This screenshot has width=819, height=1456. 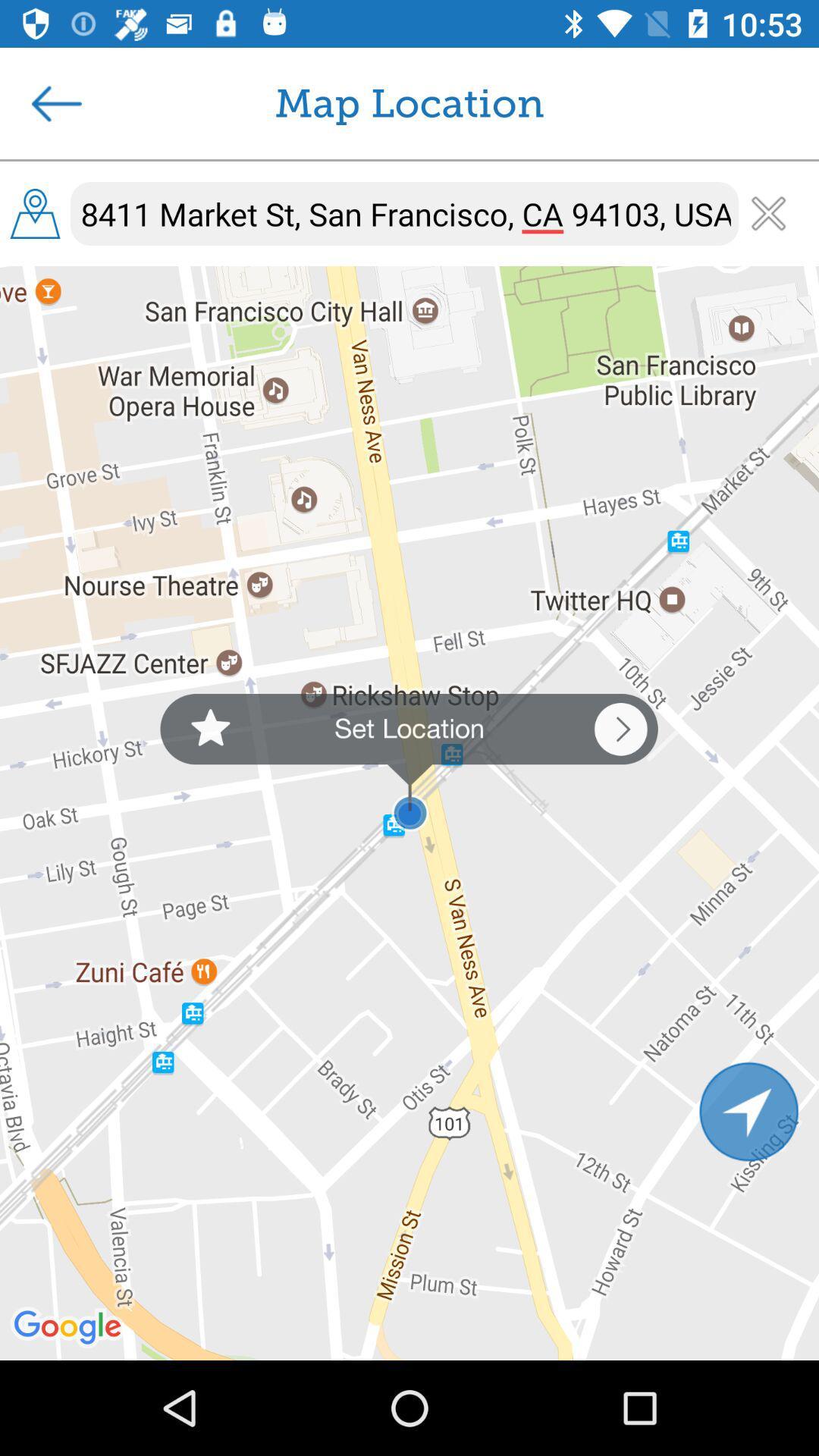 What do you see at coordinates (768, 212) in the screenshot?
I see `delete address` at bounding box center [768, 212].